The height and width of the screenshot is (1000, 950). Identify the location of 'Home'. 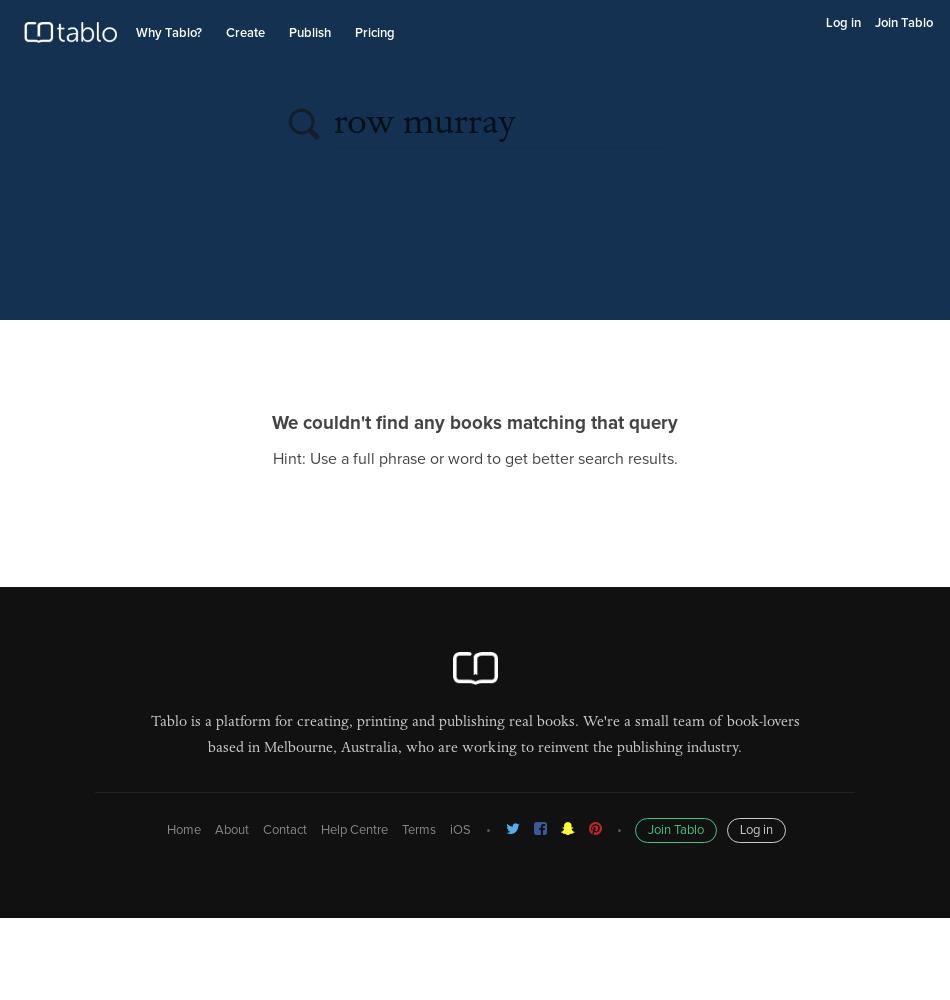
(182, 829).